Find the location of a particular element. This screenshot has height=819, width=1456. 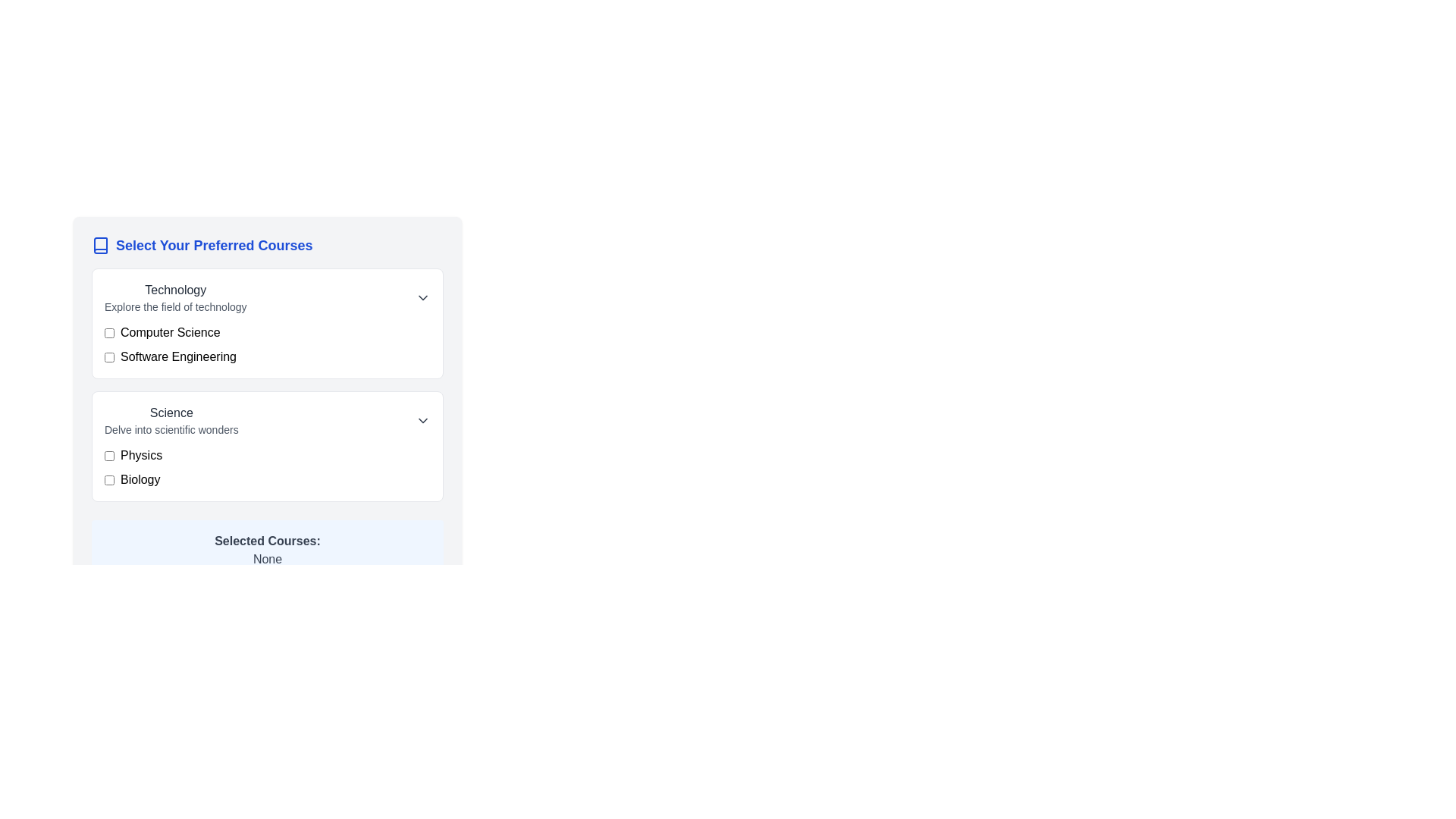

the downward-facing arrow icon button, which is styled with a thin stroke and rounded design, located to the right of the text 'Science' and 'Delve into scientific wonders' is located at coordinates (422, 421).